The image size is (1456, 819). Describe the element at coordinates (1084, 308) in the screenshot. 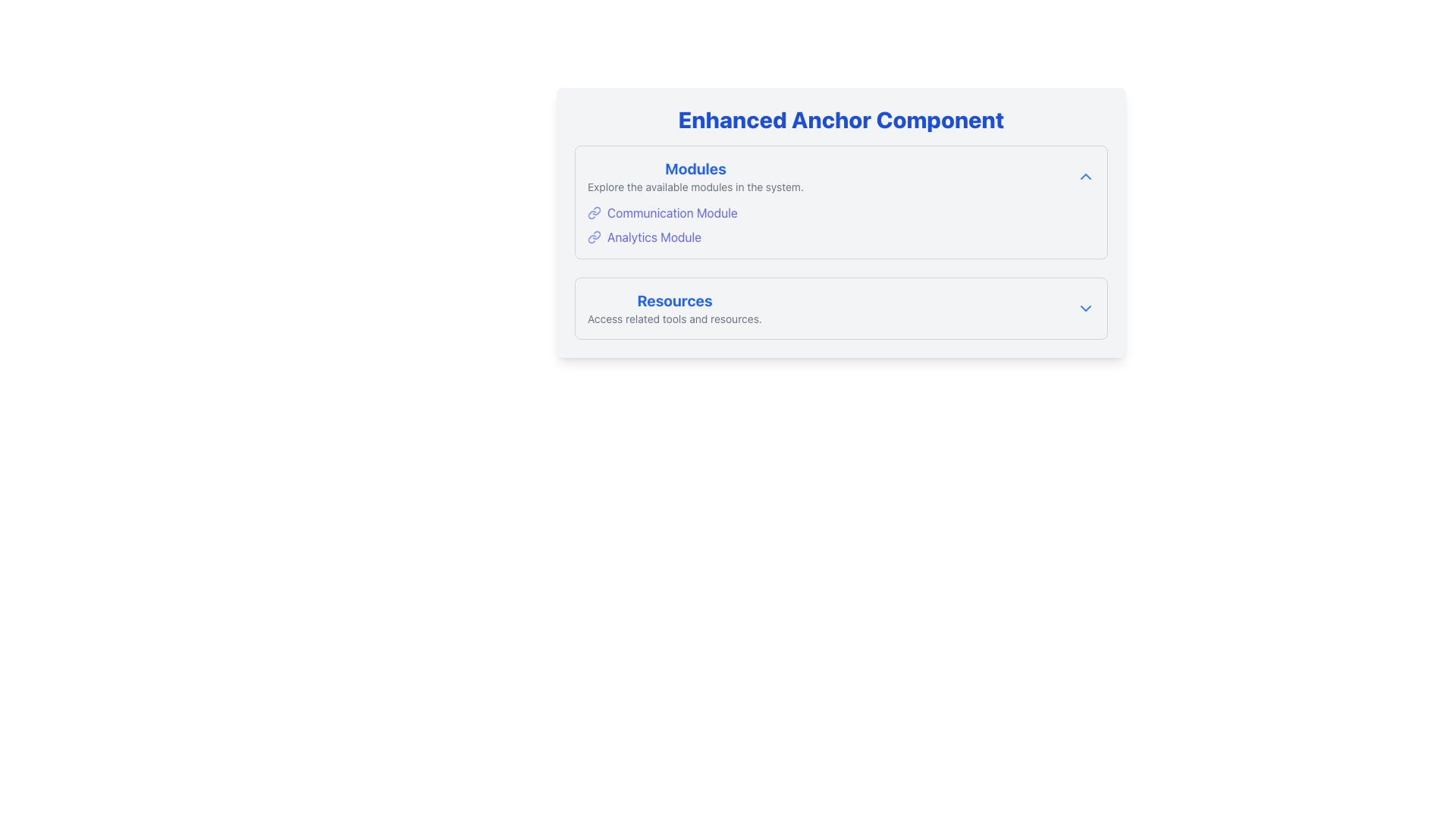

I see `the downward-pointing chevron icon styled in blue located at the far-right of the 'Resources' section header` at that location.